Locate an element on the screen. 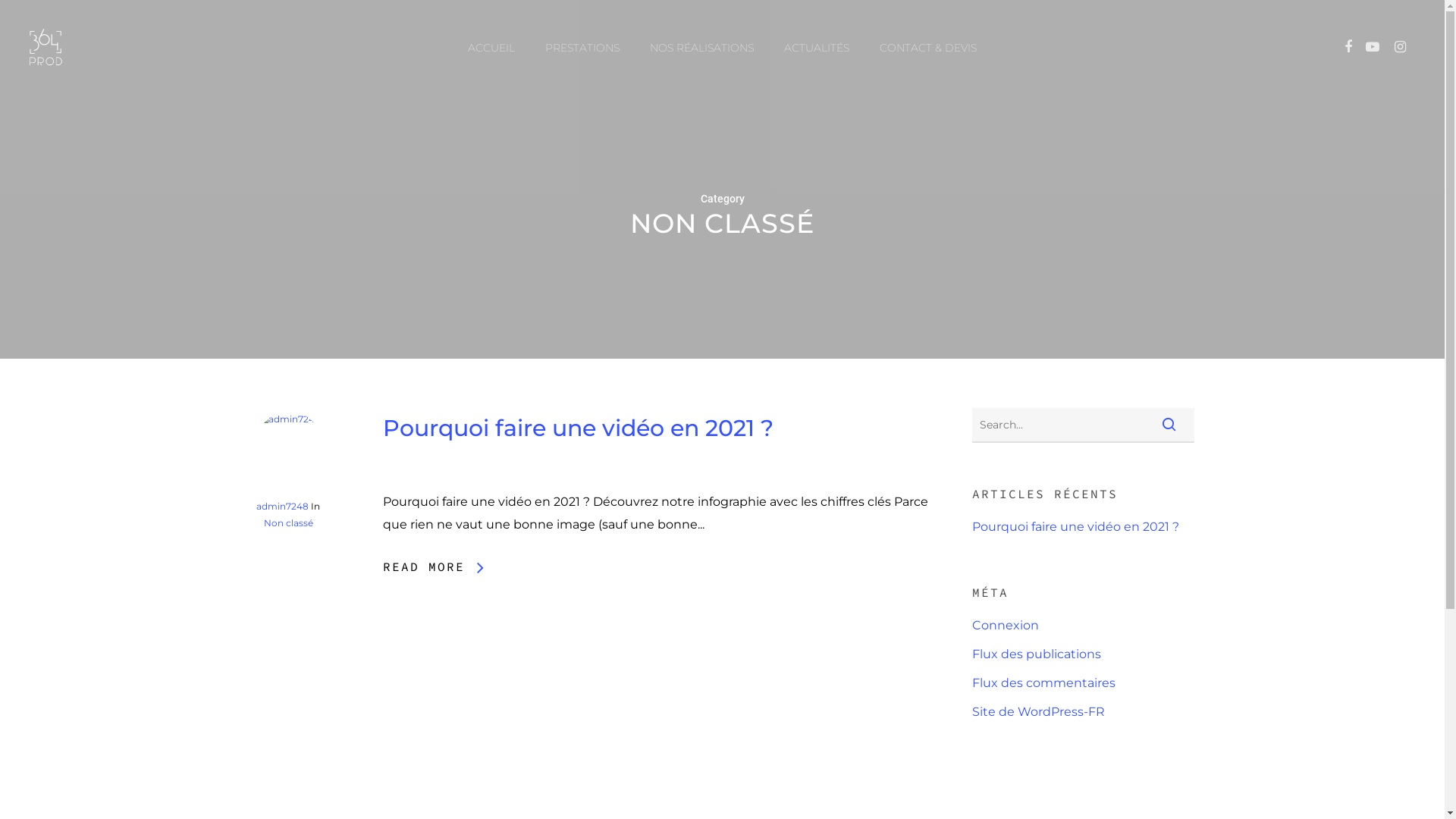 The height and width of the screenshot is (819, 1456). 'CONTACT & DEVIS' is located at coordinates (927, 46).